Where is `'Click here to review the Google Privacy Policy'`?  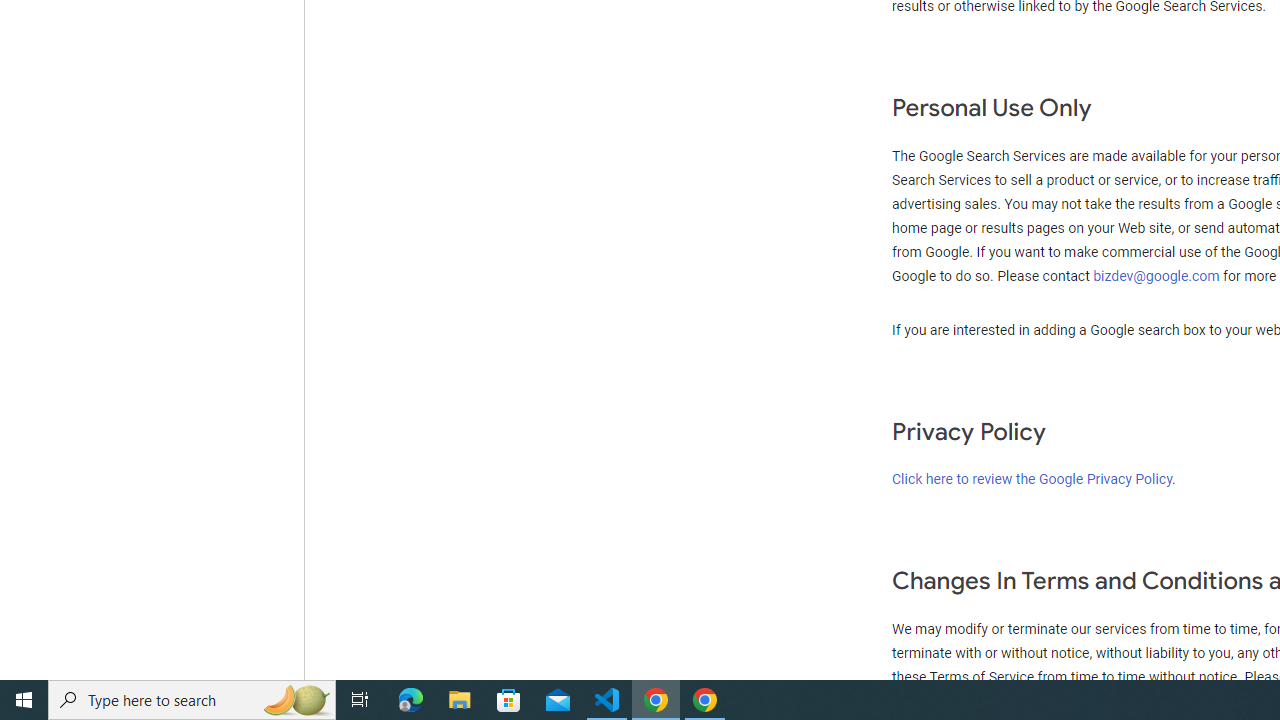
'Click here to review the Google Privacy Policy' is located at coordinates (1032, 479).